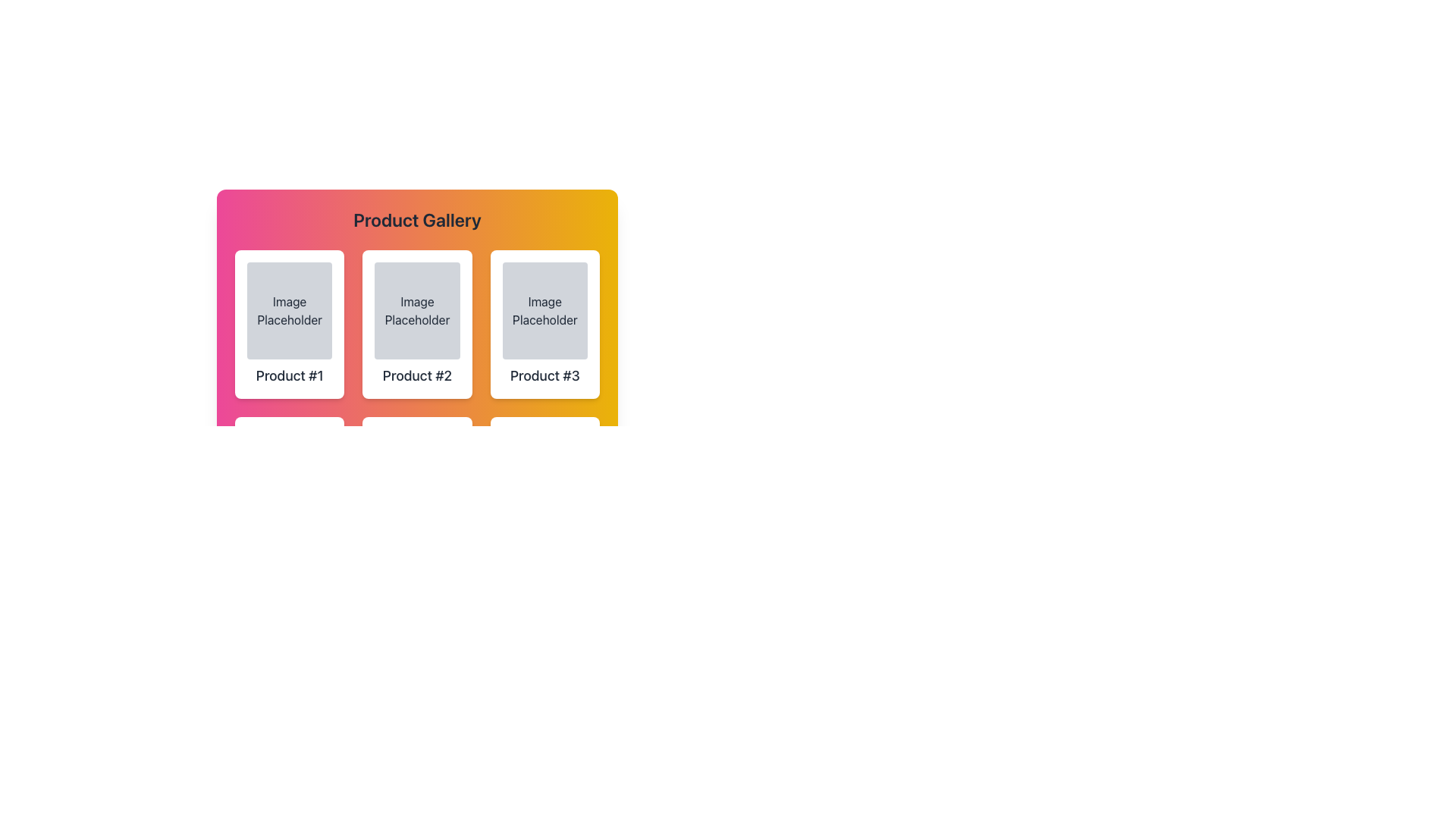 This screenshot has height=819, width=1456. Describe the element at coordinates (544, 309) in the screenshot. I see `the non-interactive Image Placeholder representing 'Product #3' located in the third column of the 'Product Gallery'` at that location.